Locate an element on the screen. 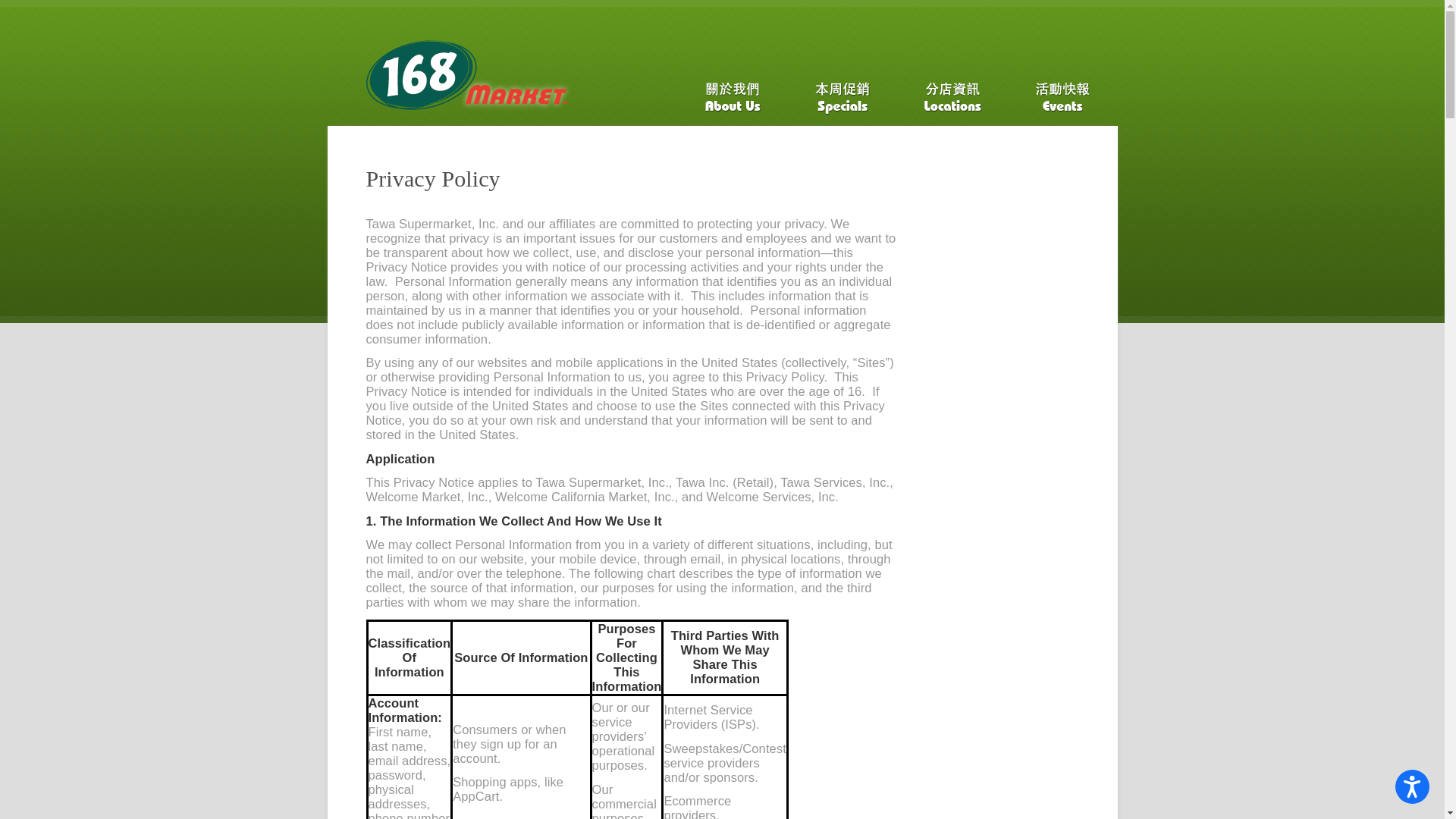 The height and width of the screenshot is (819, 1456). '168 Market' is located at coordinates (365, 82).